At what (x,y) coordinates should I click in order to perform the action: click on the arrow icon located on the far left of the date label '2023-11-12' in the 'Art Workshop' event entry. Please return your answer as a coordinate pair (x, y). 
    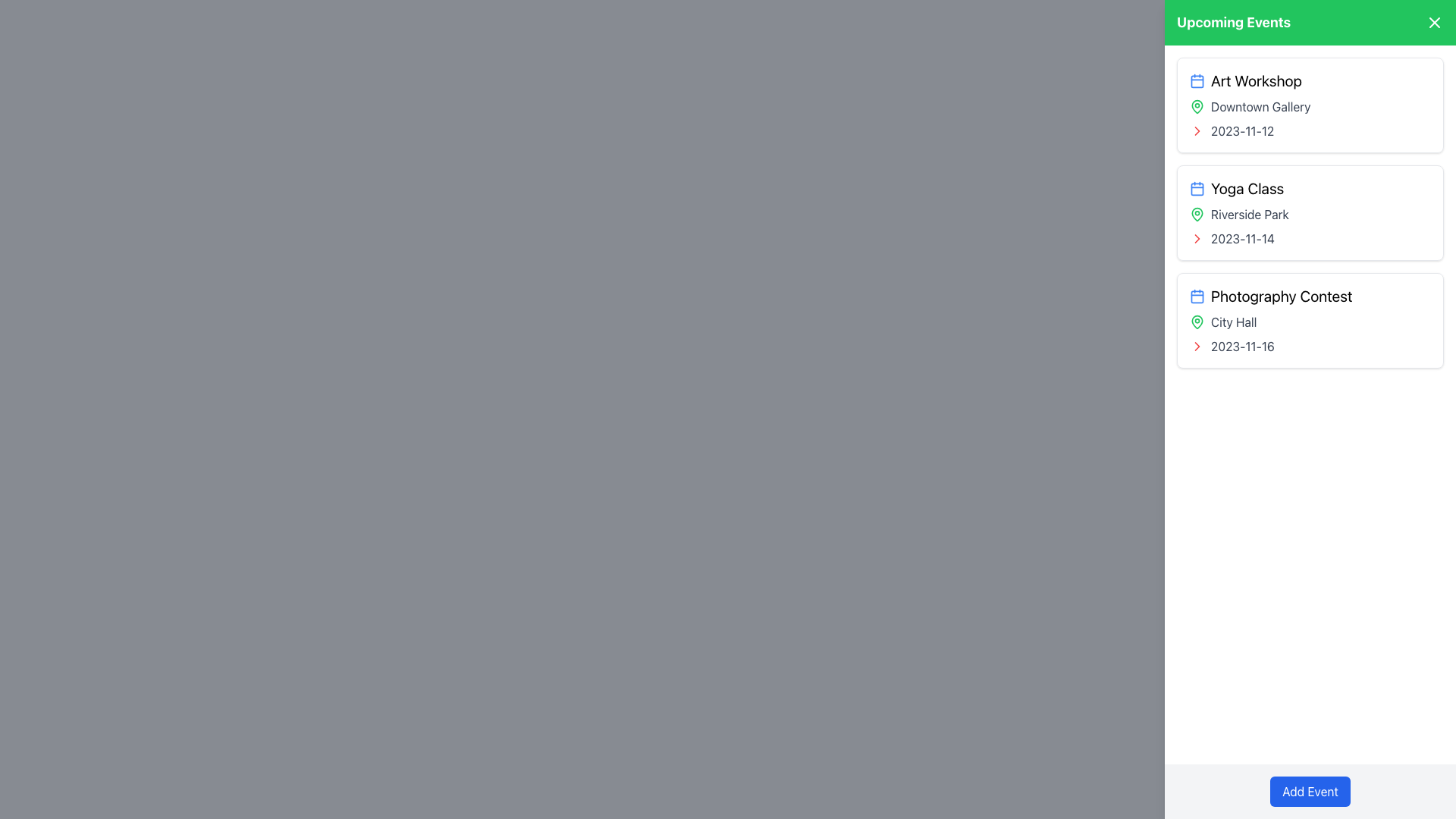
    Looking at the image, I should click on (1197, 130).